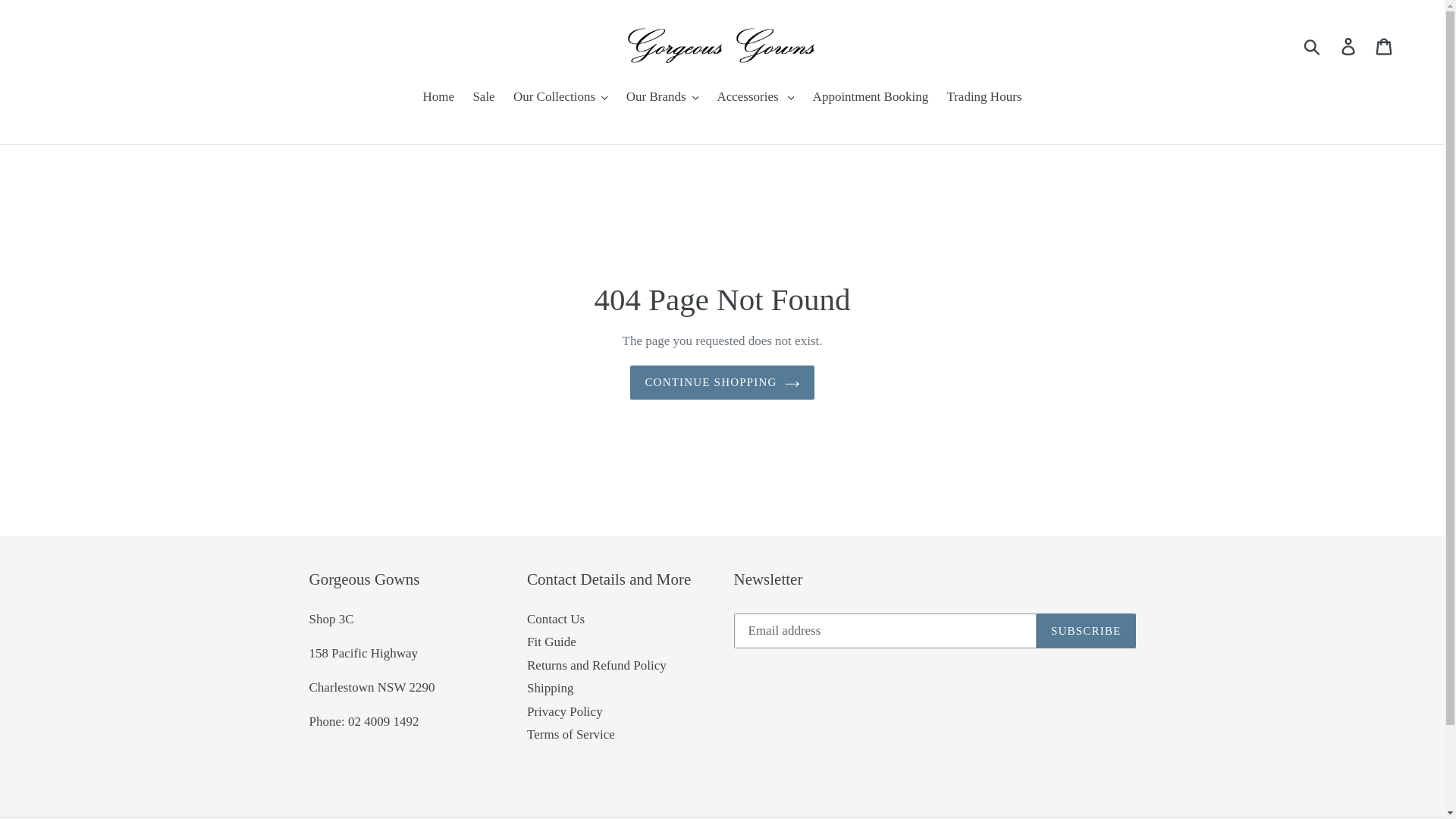 The width and height of the screenshot is (1456, 819). What do you see at coordinates (984, 98) in the screenshot?
I see `'Trading Hours'` at bounding box center [984, 98].